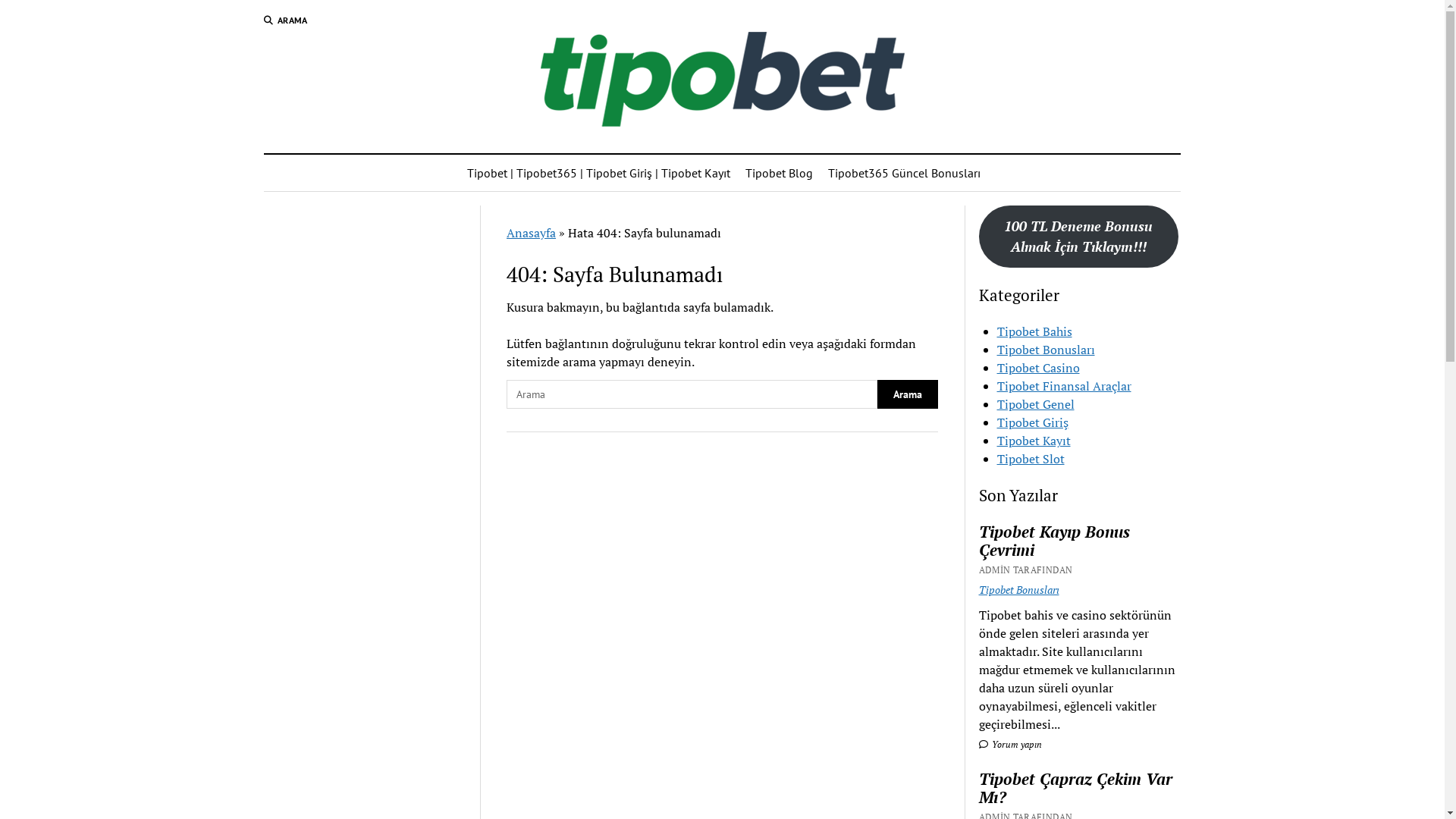 The height and width of the screenshot is (819, 1456). I want to click on 'Arama', so click(907, 394).